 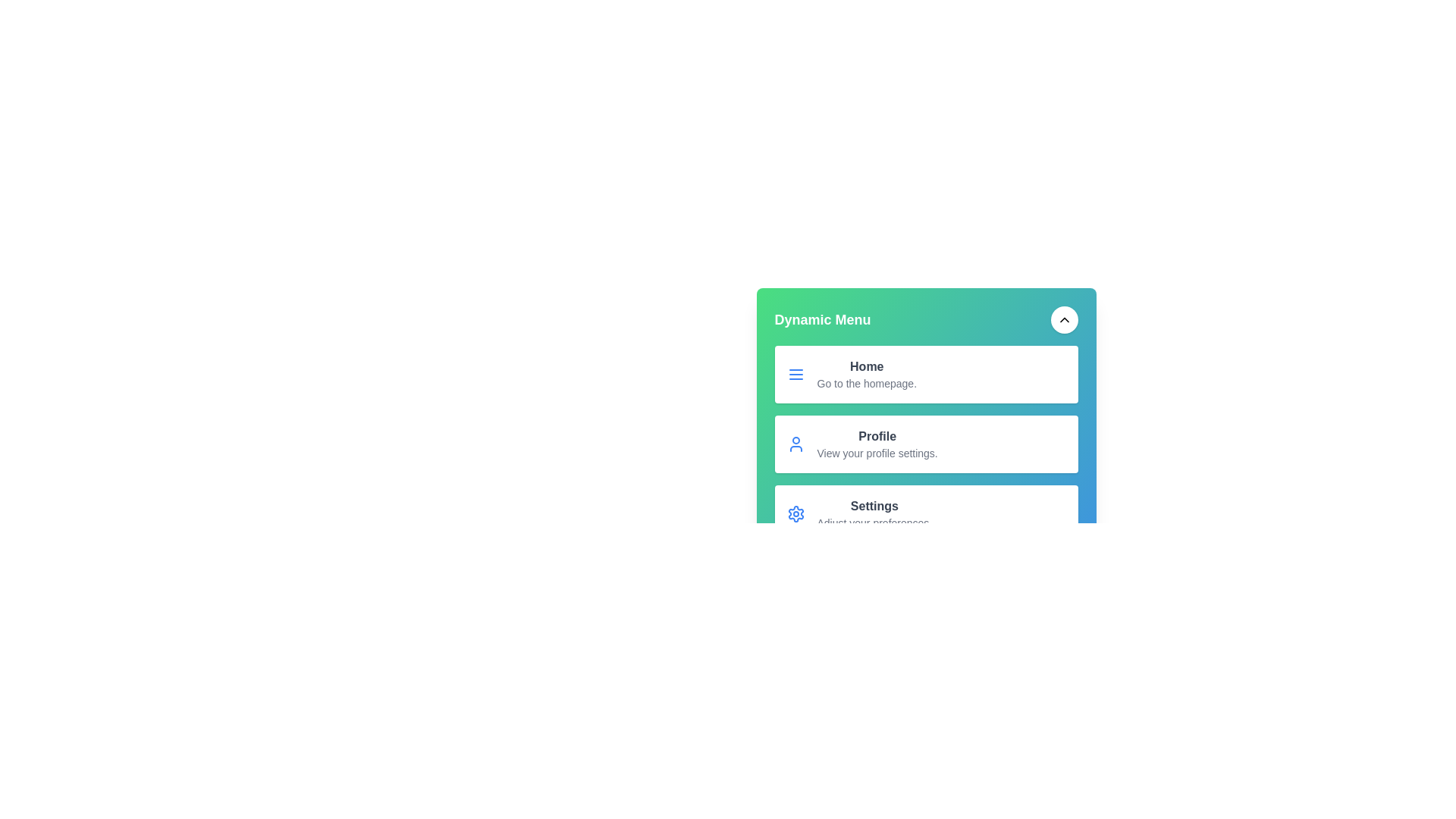 What do you see at coordinates (867, 366) in the screenshot?
I see `the bold text label displaying the word 'Home', which is part of a vertical menu structure and is positioned as the title of the first menu item` at bounding box center [867, 366].